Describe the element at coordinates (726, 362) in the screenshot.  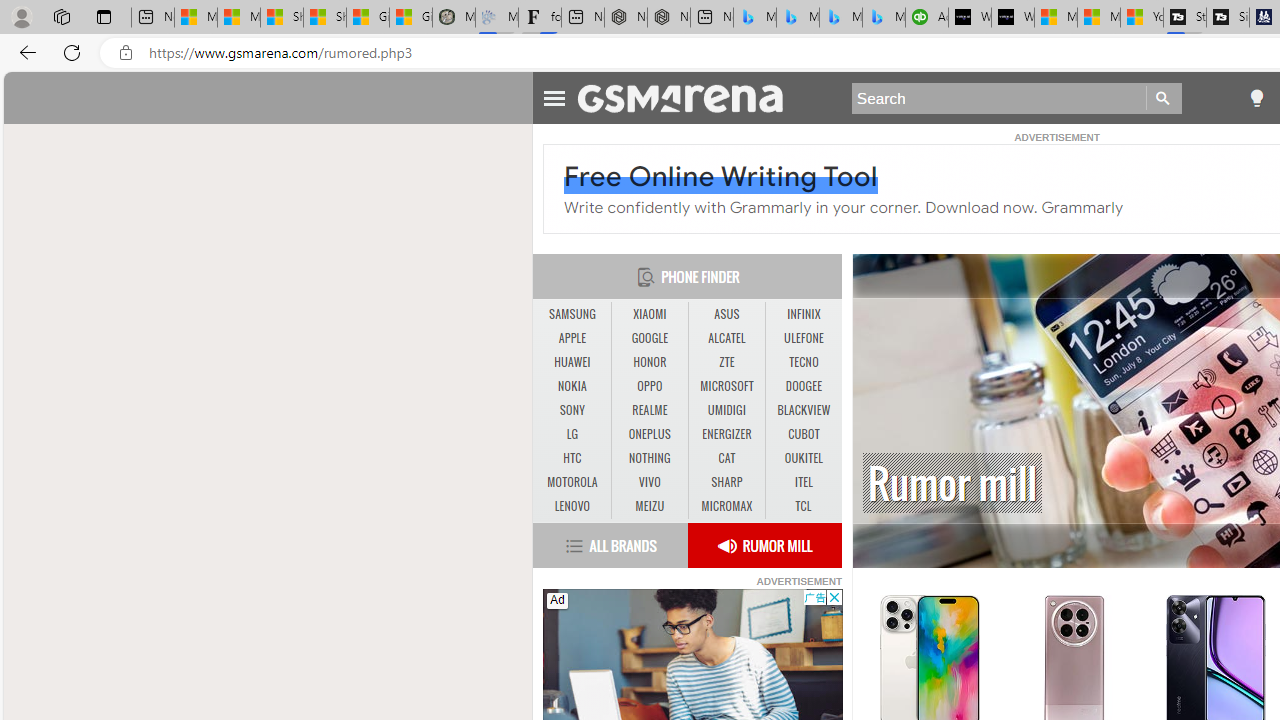
I see `'ZTE'` at that location.